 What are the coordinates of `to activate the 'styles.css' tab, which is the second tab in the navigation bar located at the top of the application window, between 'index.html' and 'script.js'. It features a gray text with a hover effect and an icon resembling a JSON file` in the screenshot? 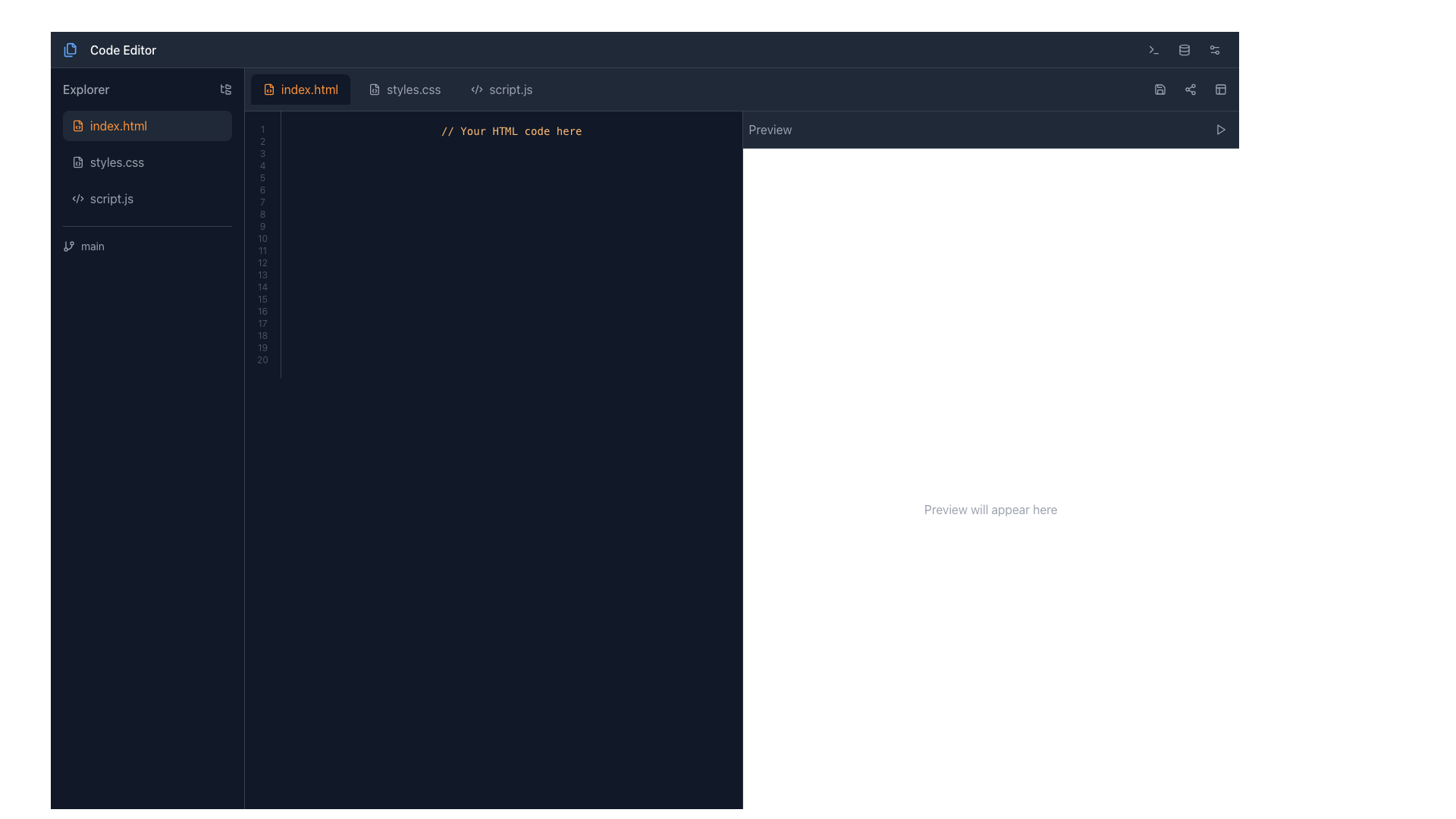 It's located at (404, 89).